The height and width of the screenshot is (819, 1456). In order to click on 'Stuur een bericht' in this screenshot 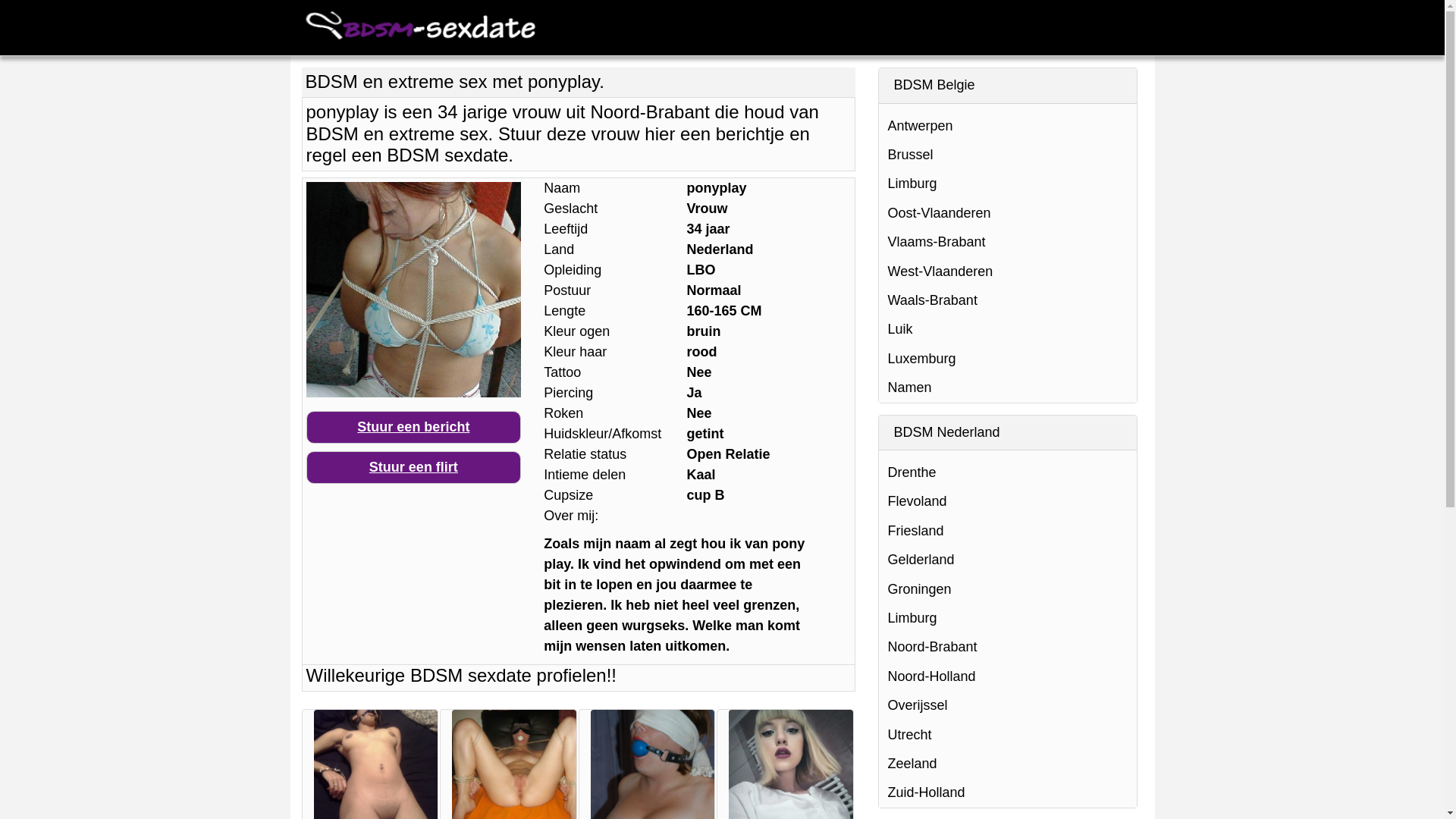, I will do `click(413, 427)`.